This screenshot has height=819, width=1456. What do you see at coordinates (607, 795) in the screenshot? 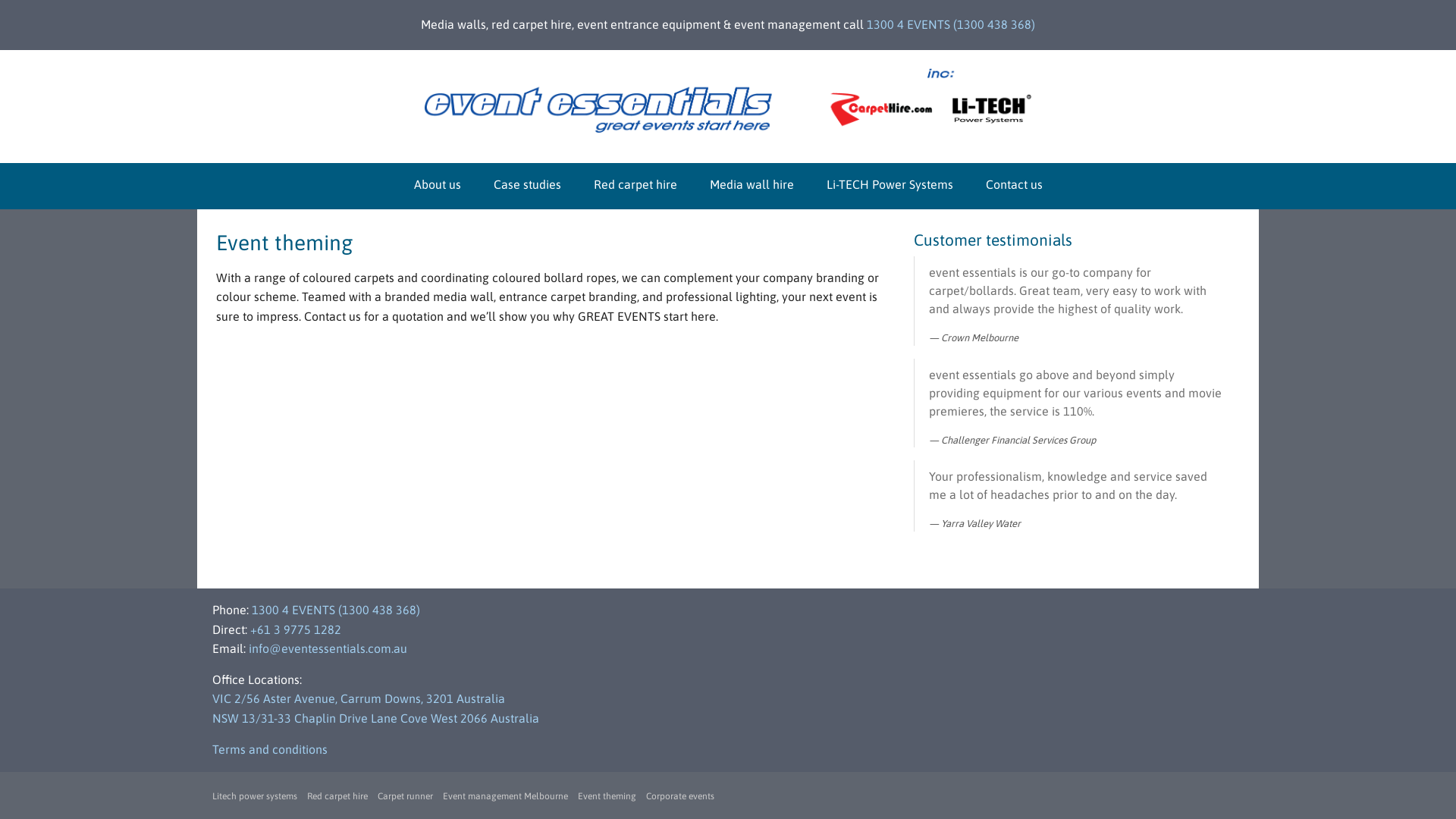
I see `'Event theming'` at bounding box center [607, 795].